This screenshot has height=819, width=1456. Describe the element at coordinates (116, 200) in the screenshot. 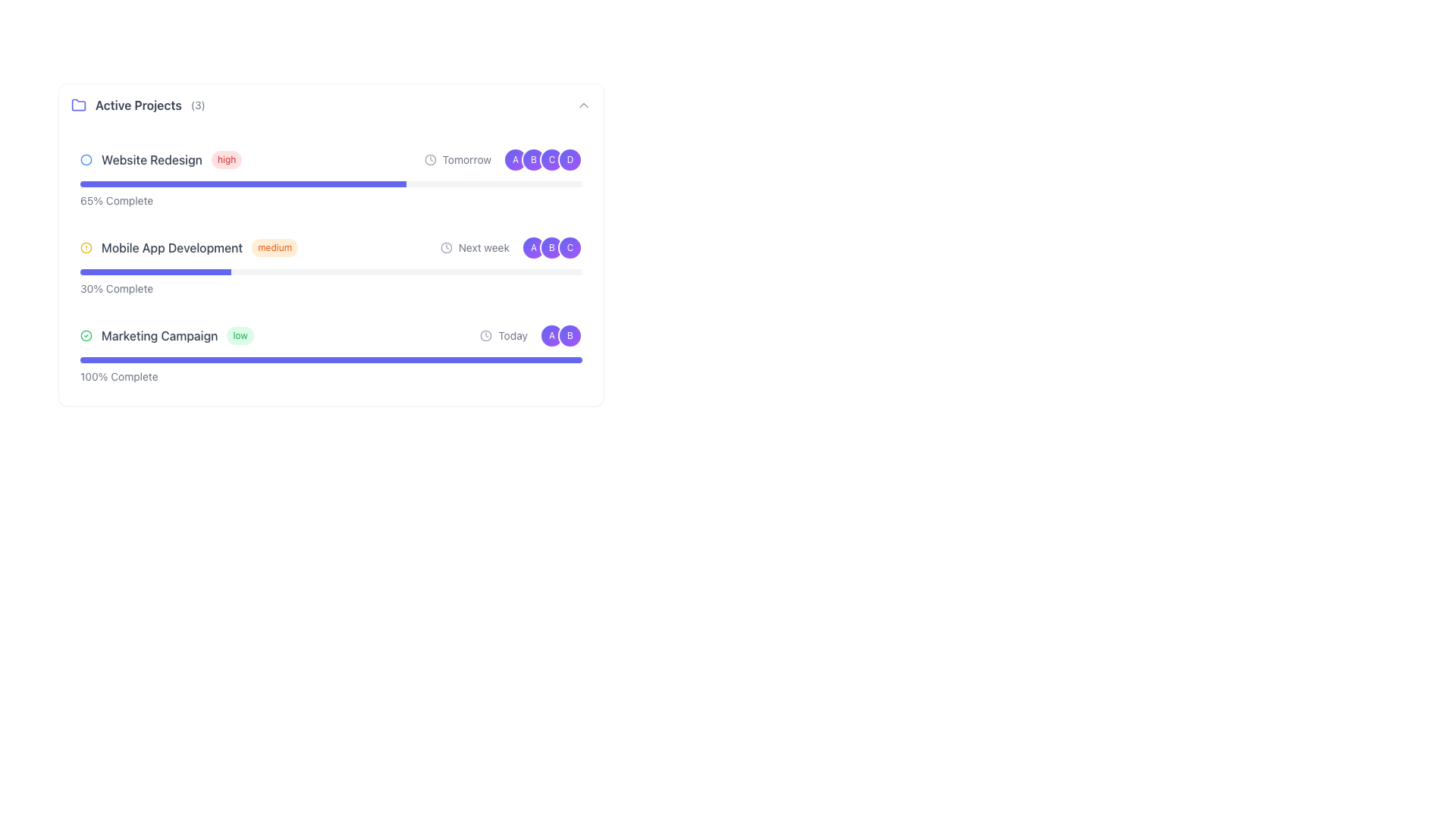

I see `the text label that displays the completion percentage for the 'Website Redesign' task under the 'Active Projects' heading` at that location.